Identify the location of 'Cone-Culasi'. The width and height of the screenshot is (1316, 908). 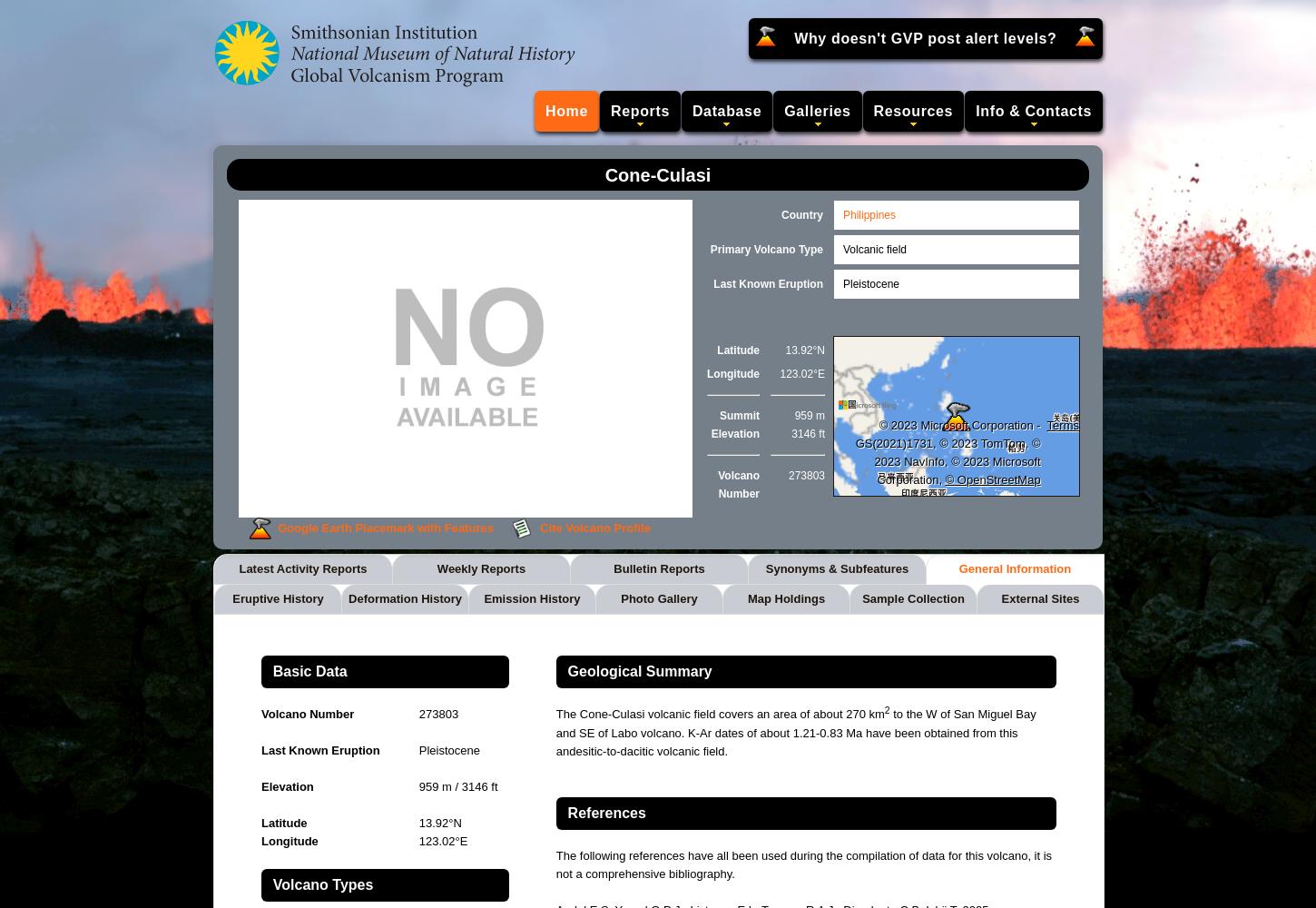
(656, 174).